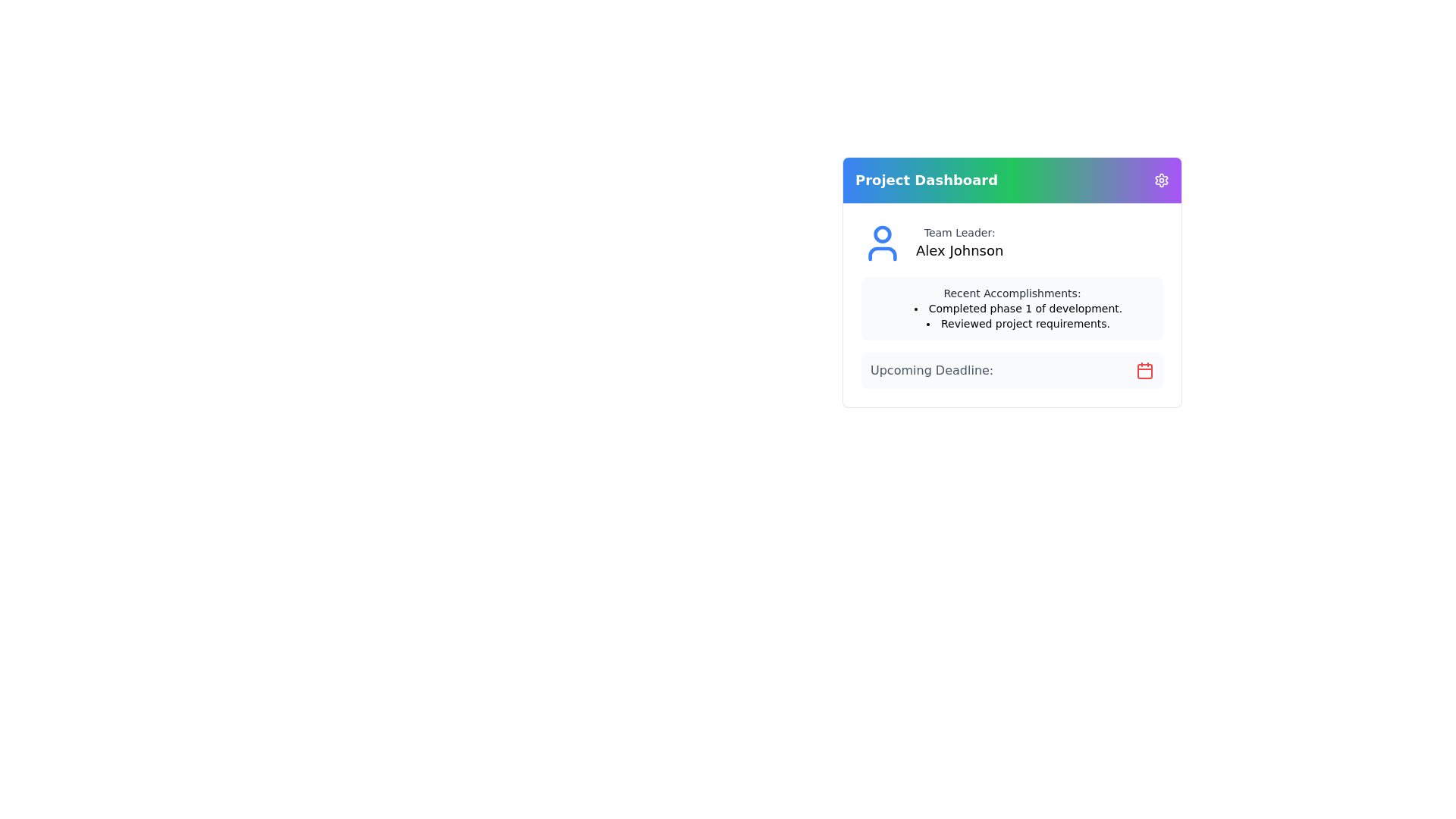 The height and width of the screenshot is (819, 1456). Describe the element at coordinates (882, 234) in the screenshot. I see `the circular SVG graphic element representing the head in the user icon located adjacent to the 'Team Leader' label and the name 'Alex Johnson' on the Project Dashboard panel` at that location.